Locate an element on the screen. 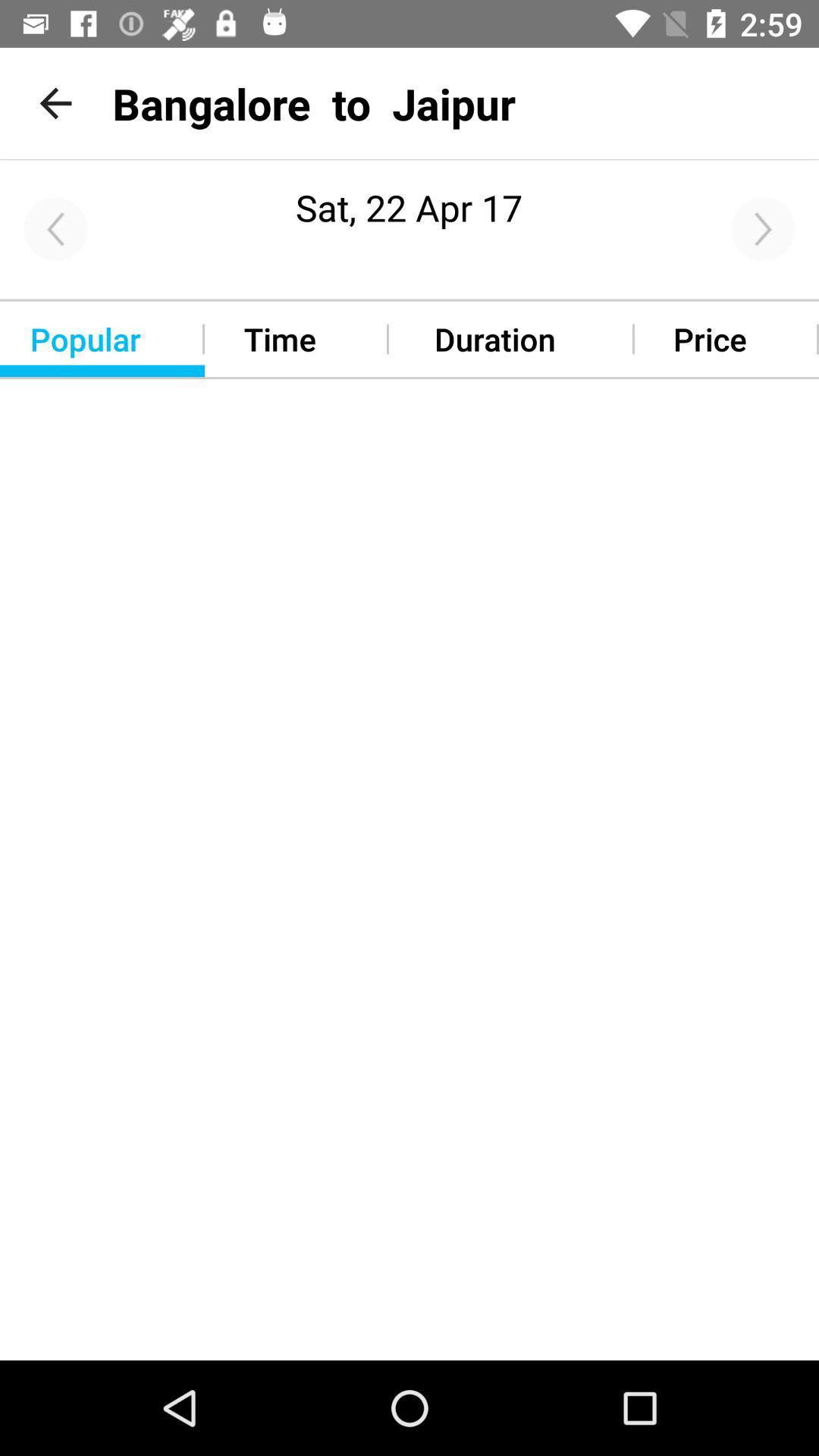 The height and width of the screenshot is (1456, 819). the arrow_backward icon is located at coordinates (55, 228).